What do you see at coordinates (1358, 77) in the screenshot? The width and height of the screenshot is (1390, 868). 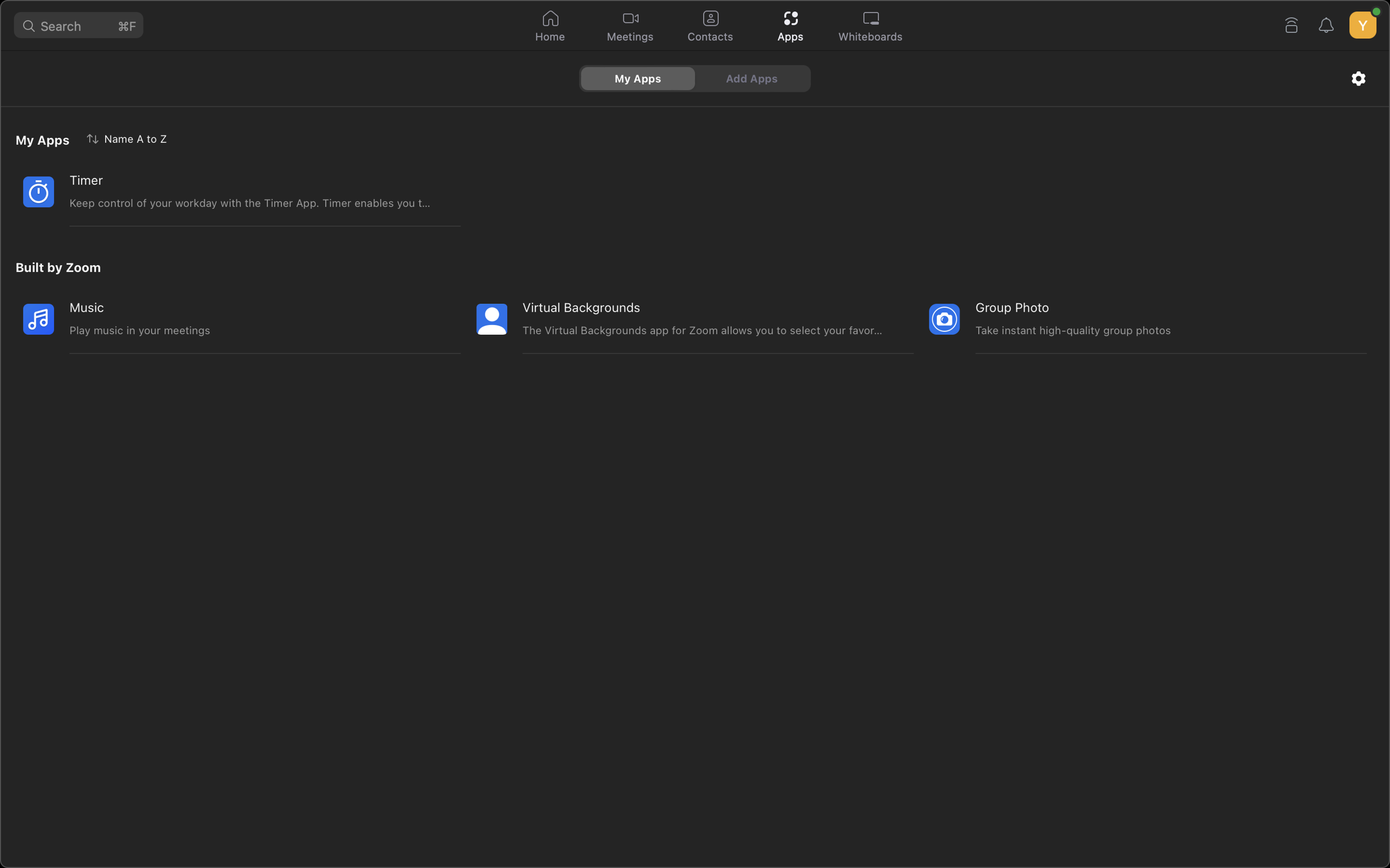 I see `settings in Zoom` at bounding box center [1358, 77].